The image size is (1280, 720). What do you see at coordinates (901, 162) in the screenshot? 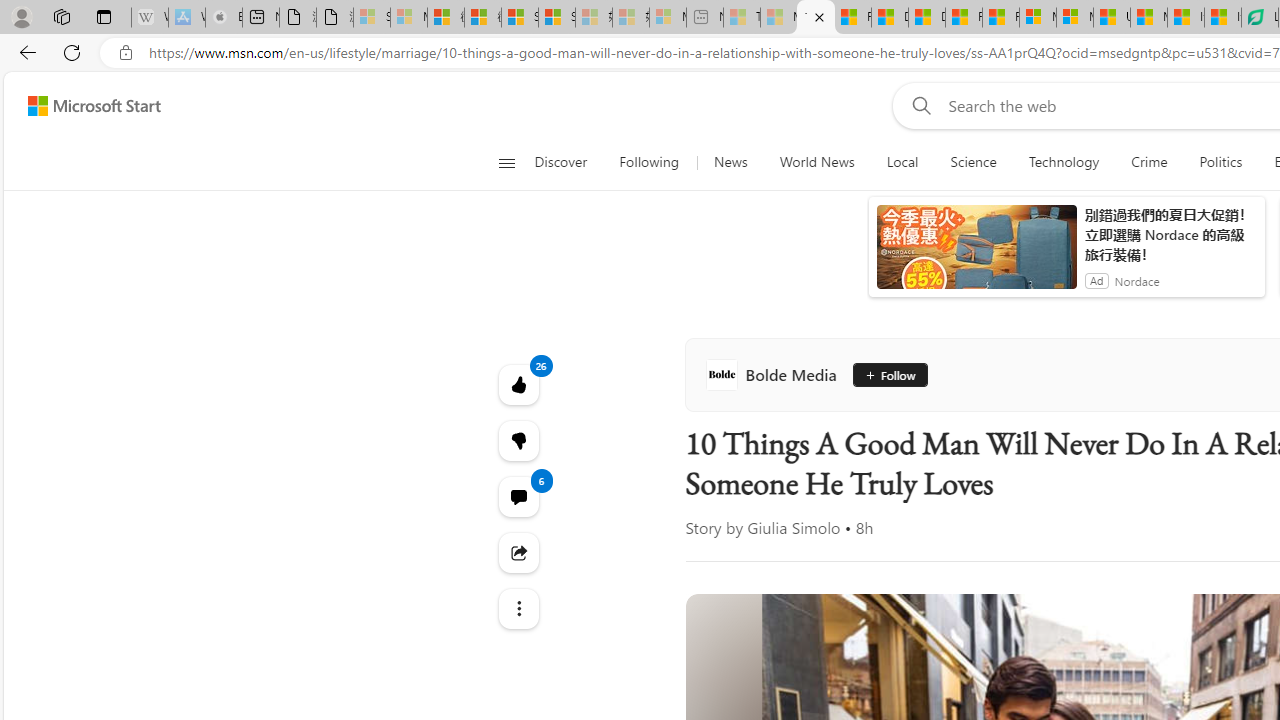
I see `'Local'` at bounding box center [901, 162].